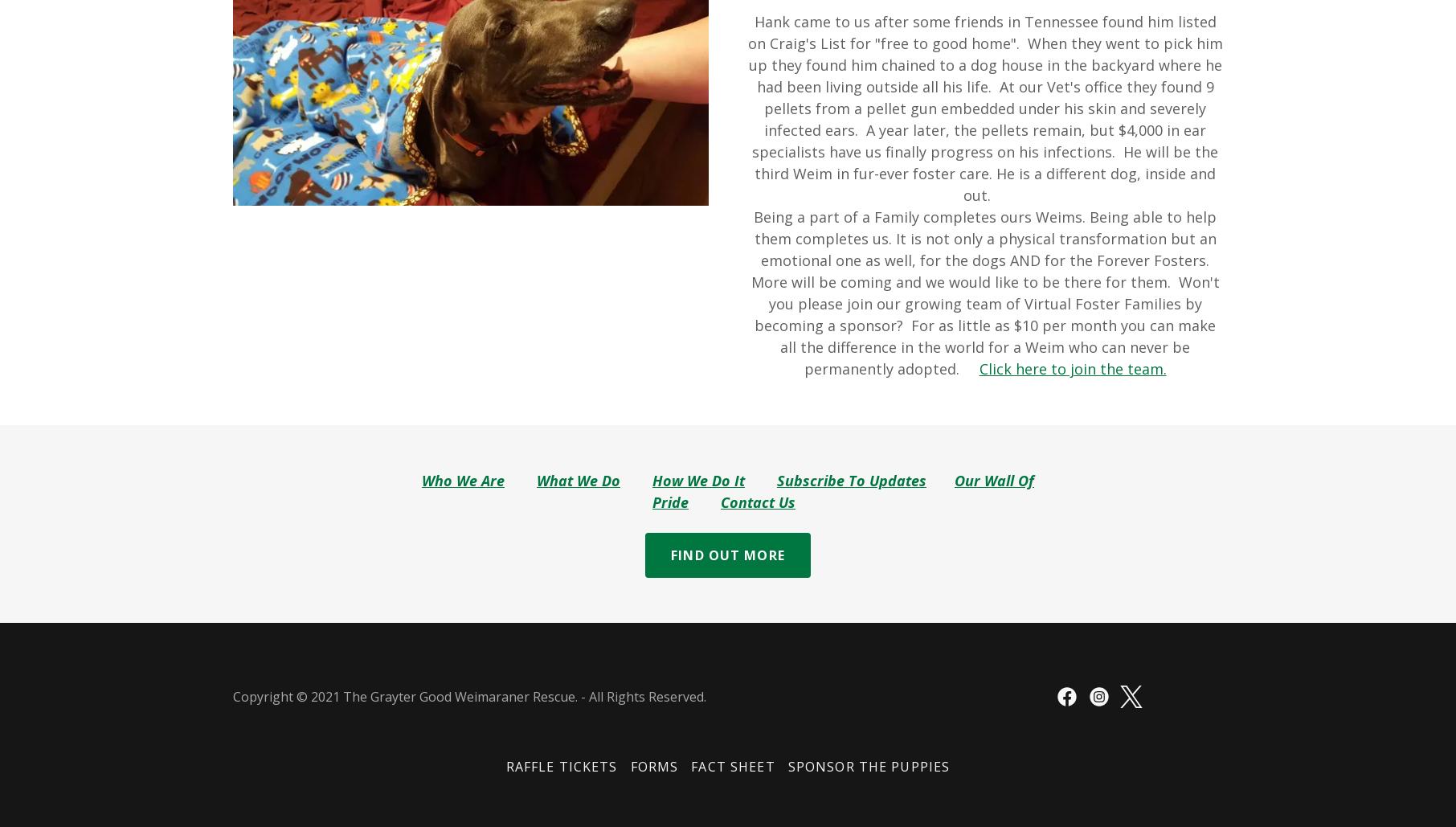 The image size is (1456, 827). I want to click on 'Being a part of a Family completes ours Weims. Being able to help them completes us. It is not only a physical transformation but an emotional one as well, for the dogs AND for the Forever Fosters. More will be coming and we would like to be there for them.  Won't you please join our growing team of Virtual Foster Families by becoming a sponsor?  For as little as $10 per month you can make all the difference in the world for a Weim who can never be permanently adopted.', so click(984, 293).